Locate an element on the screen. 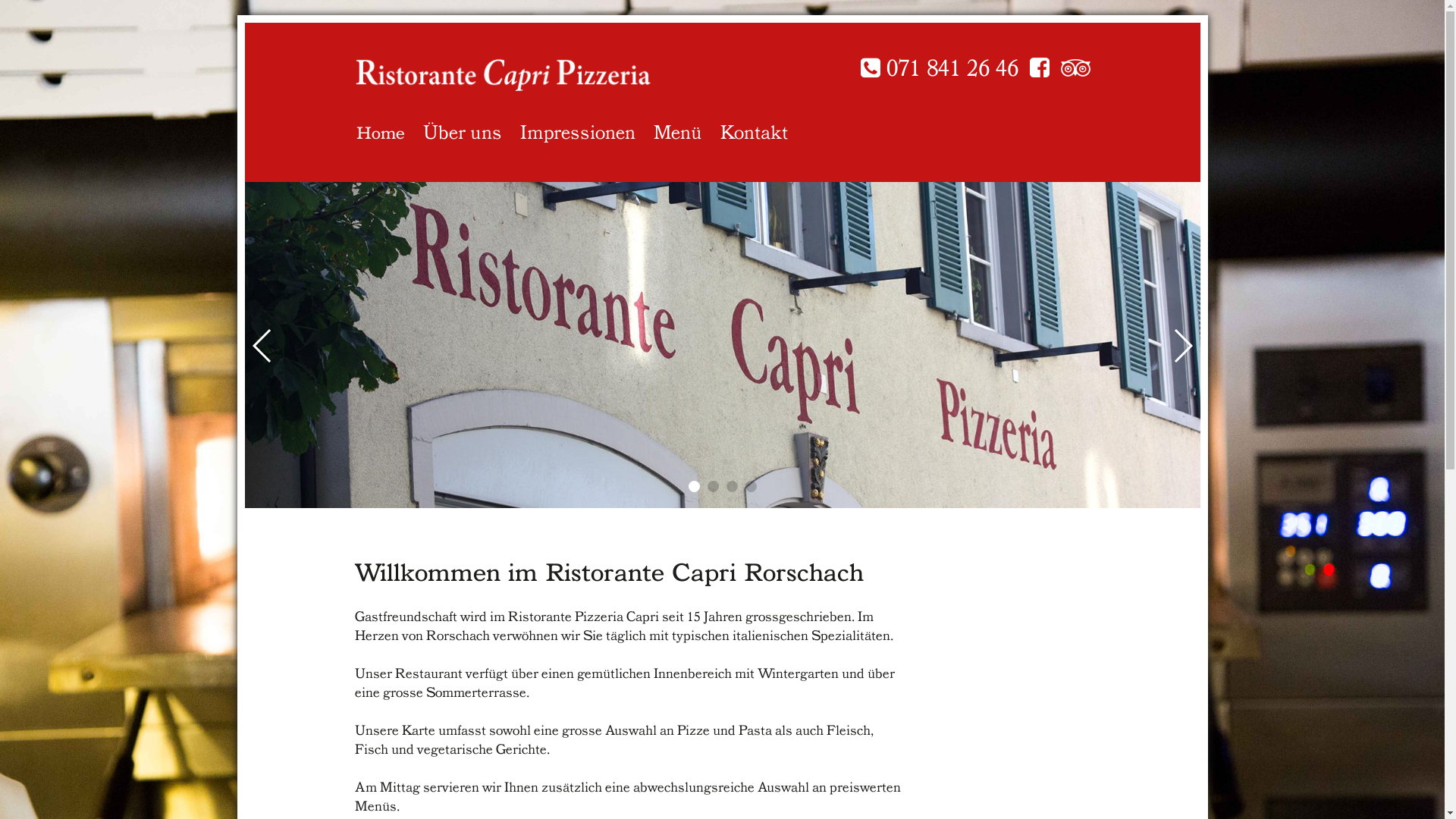 Image resolution: width=1456 pixels, height=819 pixels. 'Impressionen' is located at coordinates (577, 127).